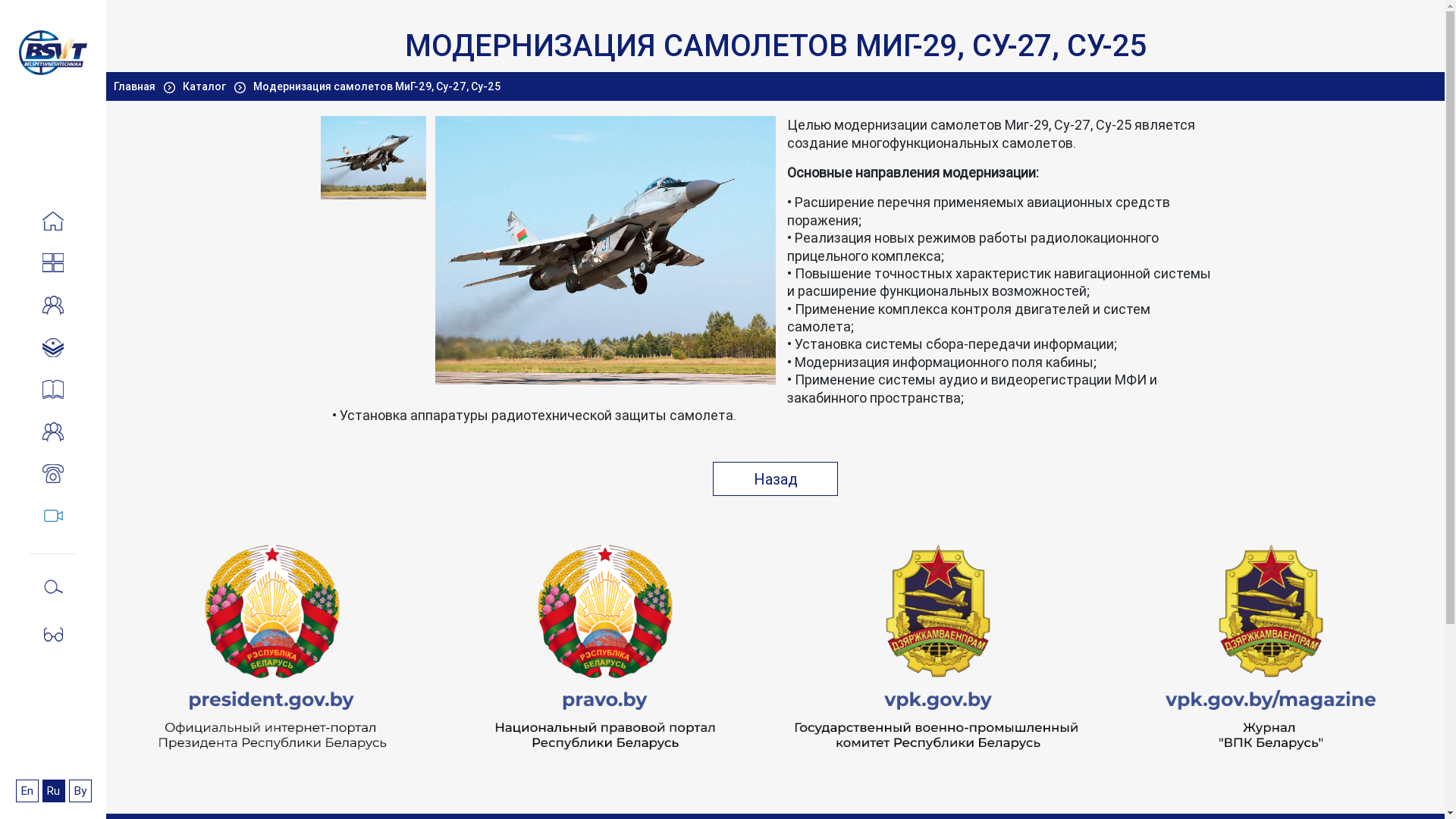 The width and height of the screenshot is (1456, 819). Describe the element at coordinates (26, 789) in the screenshot. I see `'En'` at that location.